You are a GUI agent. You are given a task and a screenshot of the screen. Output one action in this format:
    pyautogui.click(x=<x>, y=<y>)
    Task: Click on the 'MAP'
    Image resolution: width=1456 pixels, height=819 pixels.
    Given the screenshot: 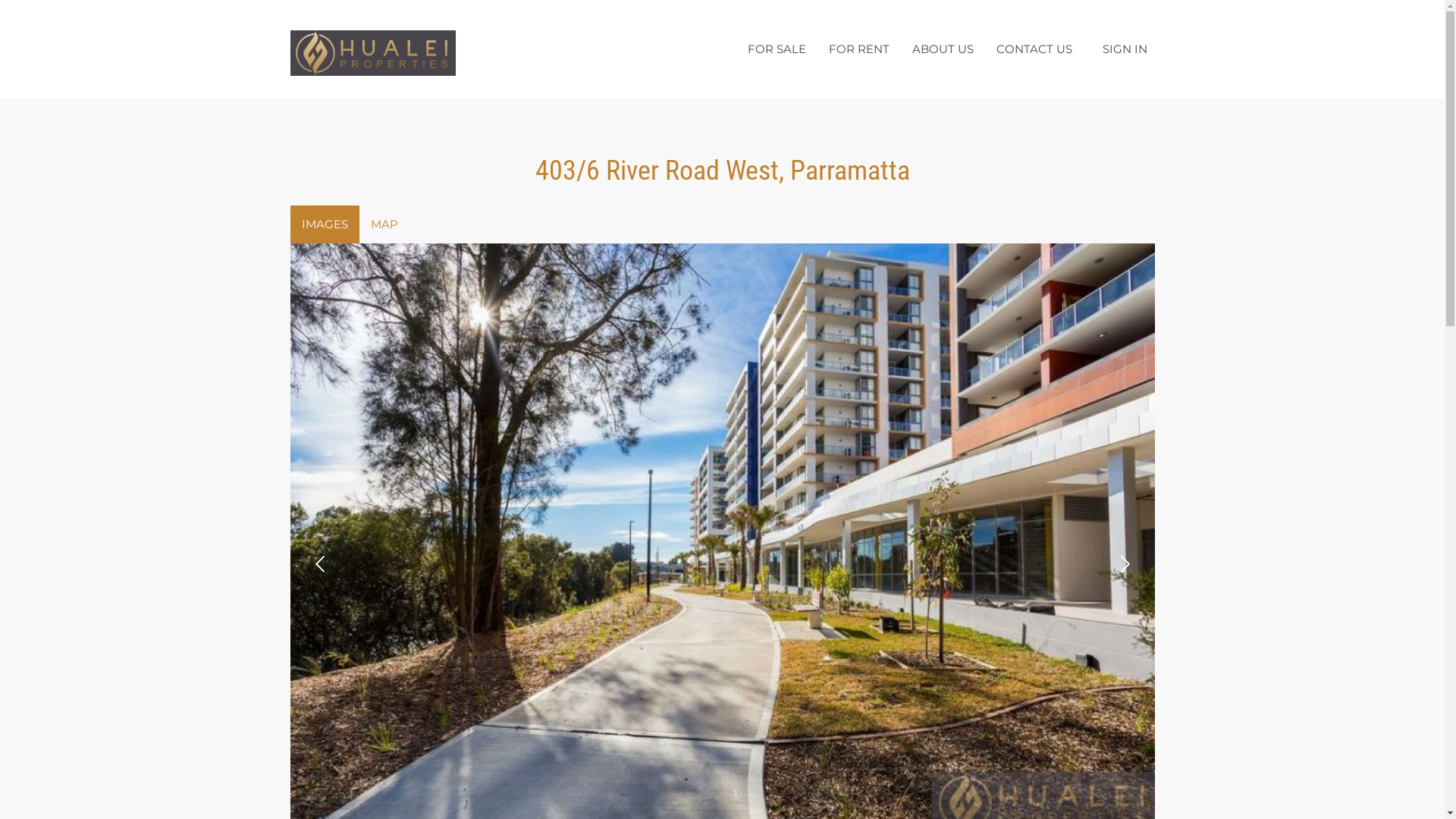 What is the action you would take?
    pyautogui.click(x=384, y=224)
    